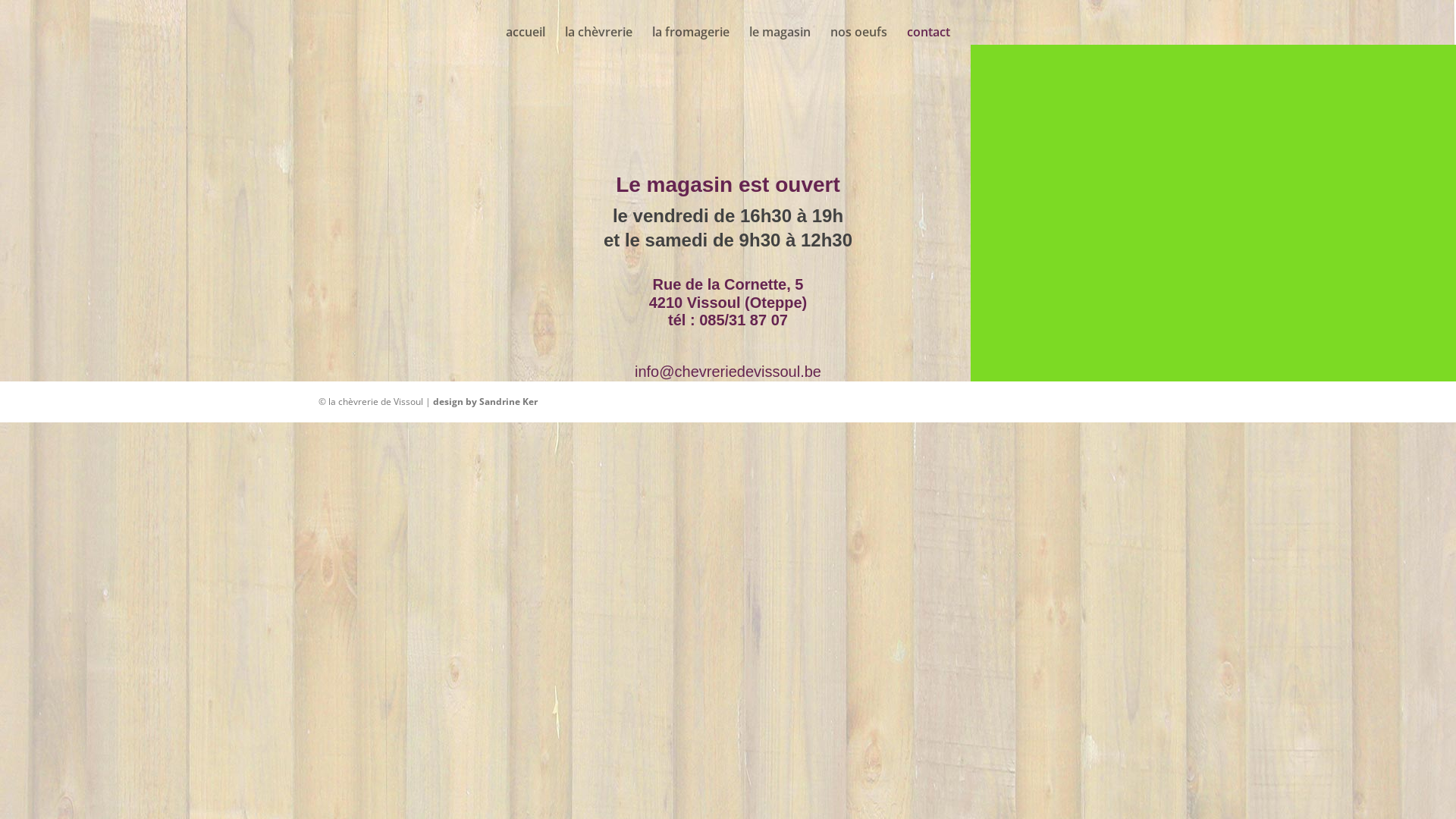 The height and width of the screenshot is (819, 1456). What do you see at coordinates (634, 371) in the screenshot?
I see `'info@chevreriedevissoul.be'` at bounding box center [634, 371].